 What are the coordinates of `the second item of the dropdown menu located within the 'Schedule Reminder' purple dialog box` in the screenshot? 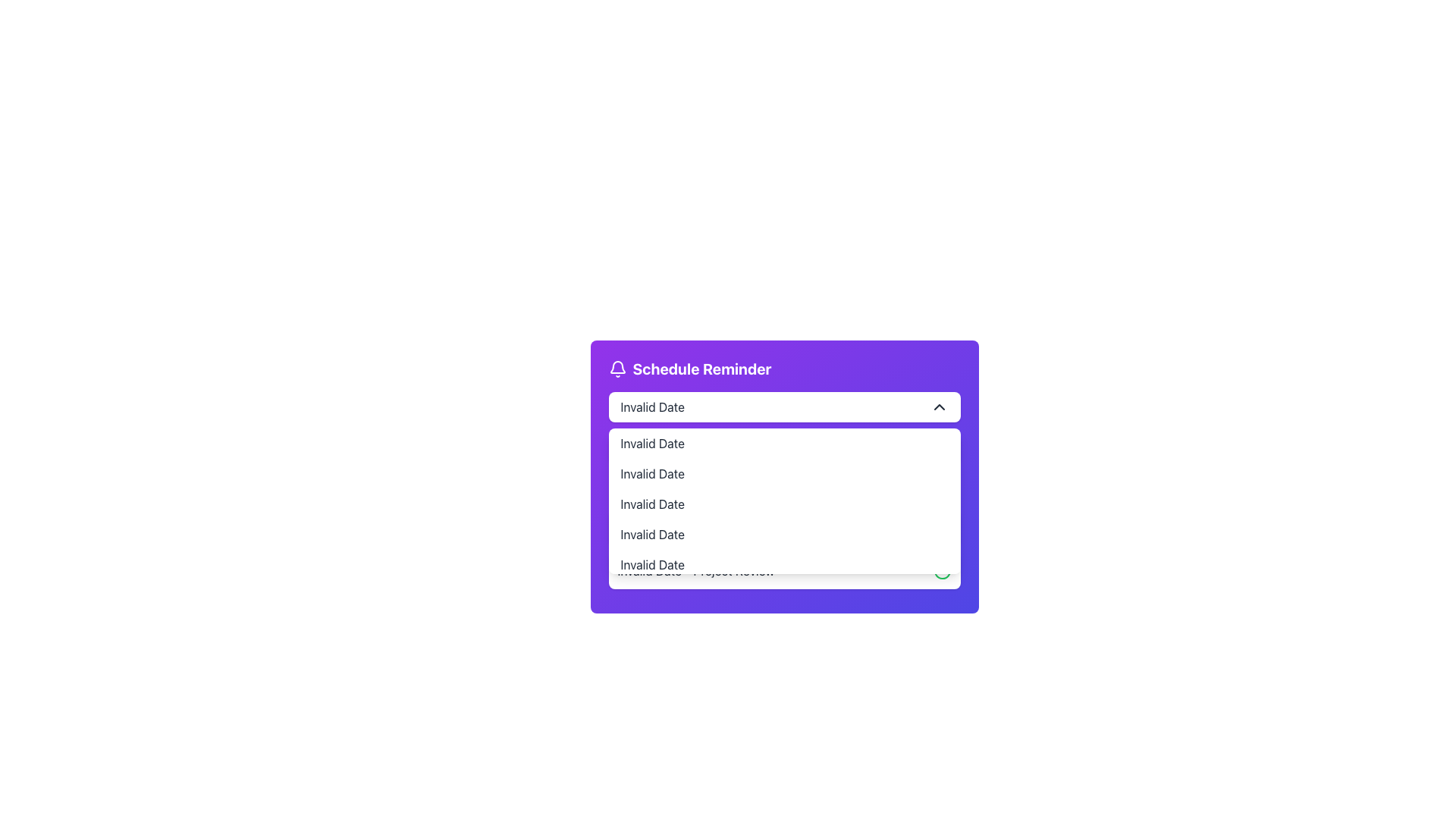 It's located at (784, 472).